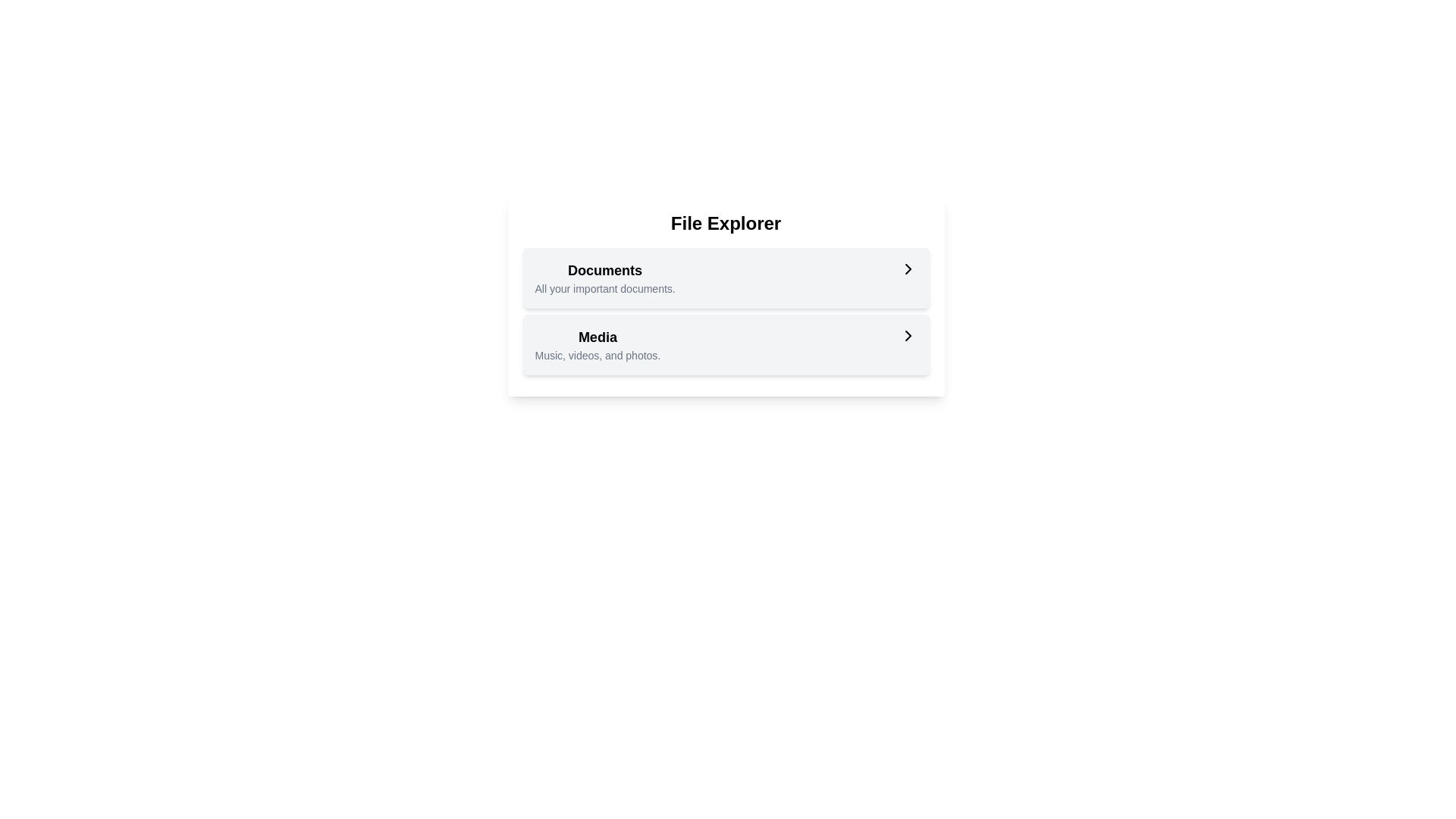  Describe the element at coordinates (604, 289) in the screenshot. I see `the static text element displaying 'All your important documents.' located beneath the 'Documents' label in the 'File Explorer' interface` at that location.